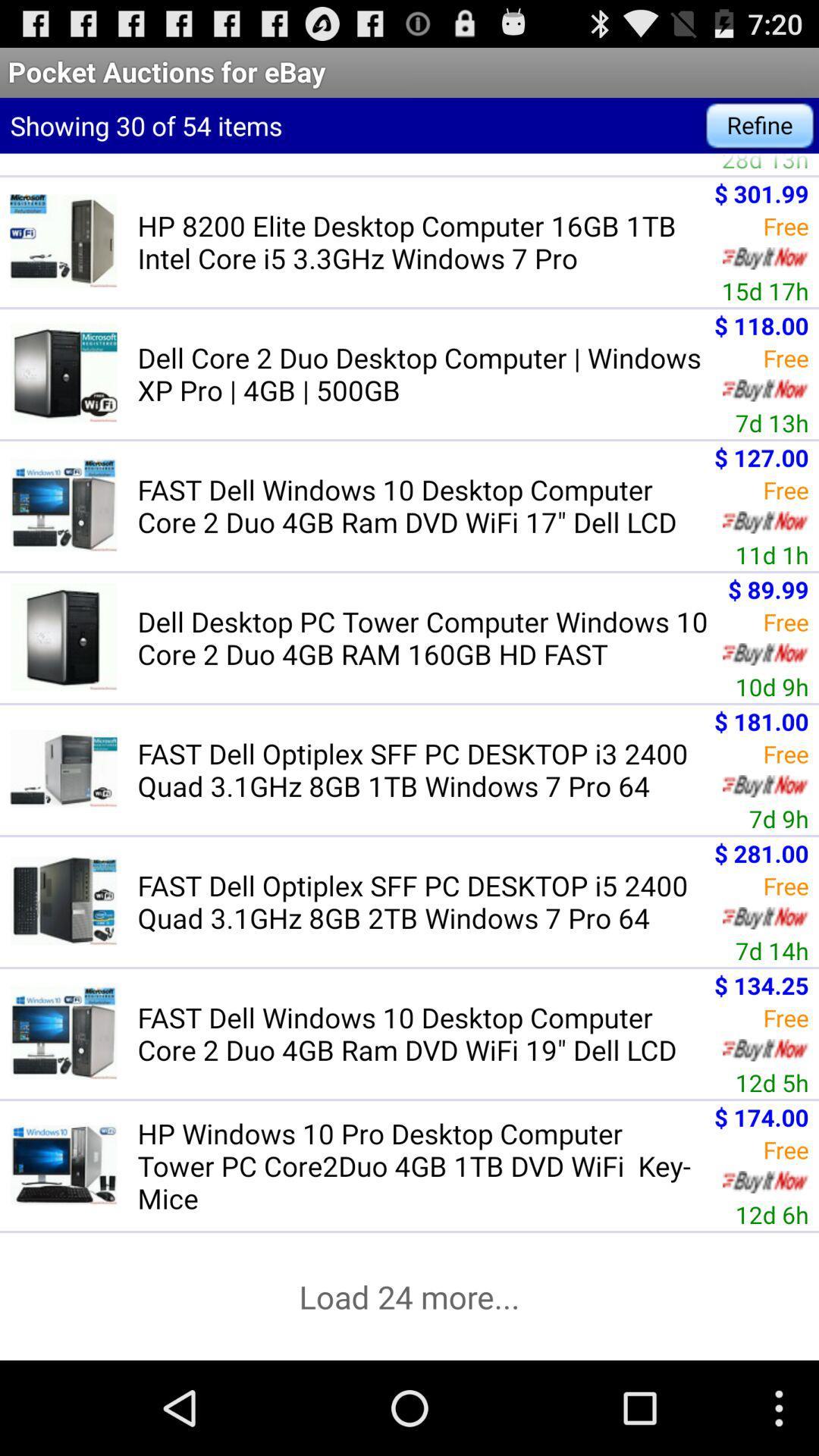  Describe the element at coordinates (772, 1081) in the screenshot. I see `the item above $ 174.00 icon` at that location.